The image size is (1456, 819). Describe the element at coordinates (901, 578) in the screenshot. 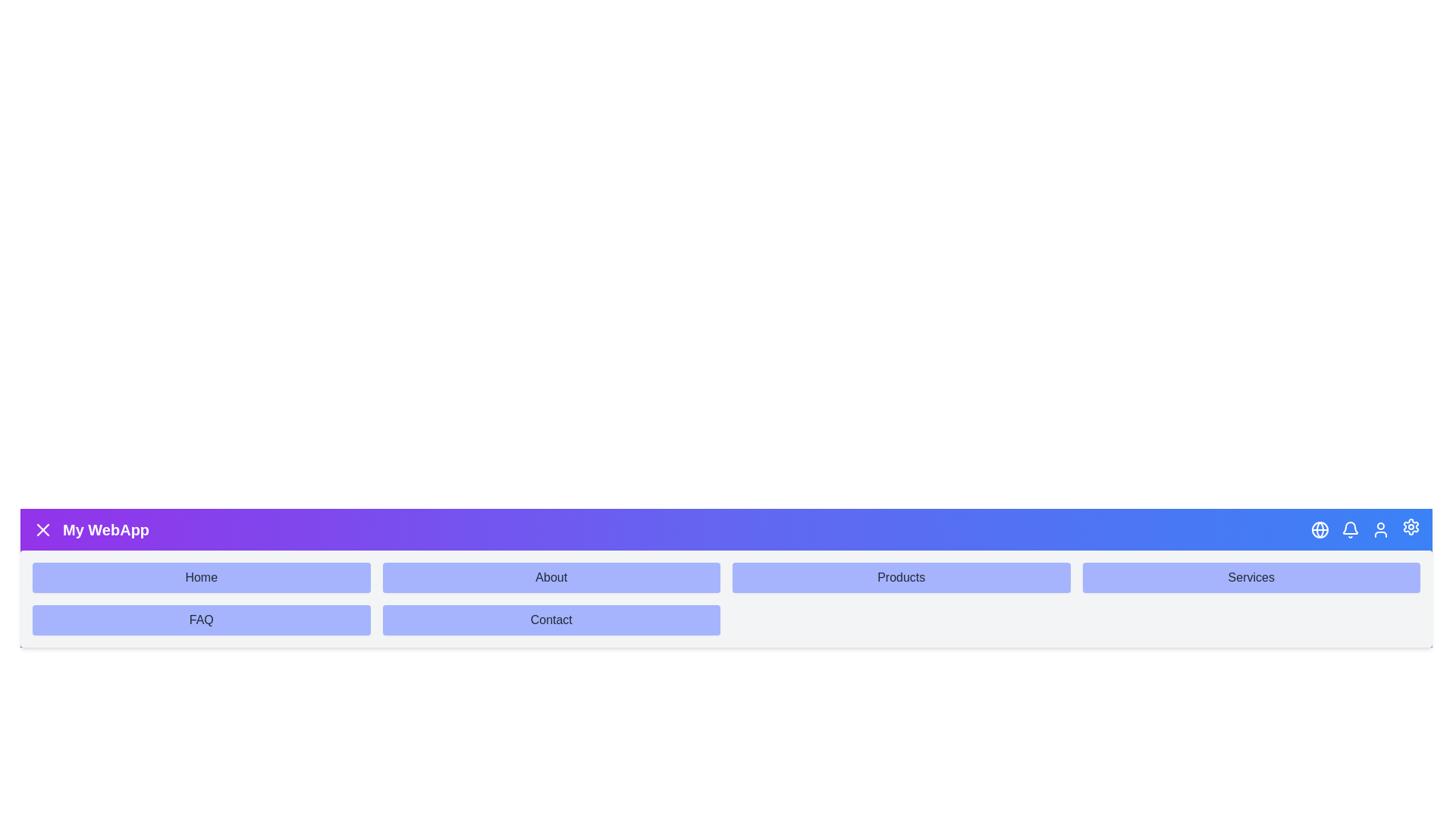

I see `the submenu item Products to navigate to its section` at that location.